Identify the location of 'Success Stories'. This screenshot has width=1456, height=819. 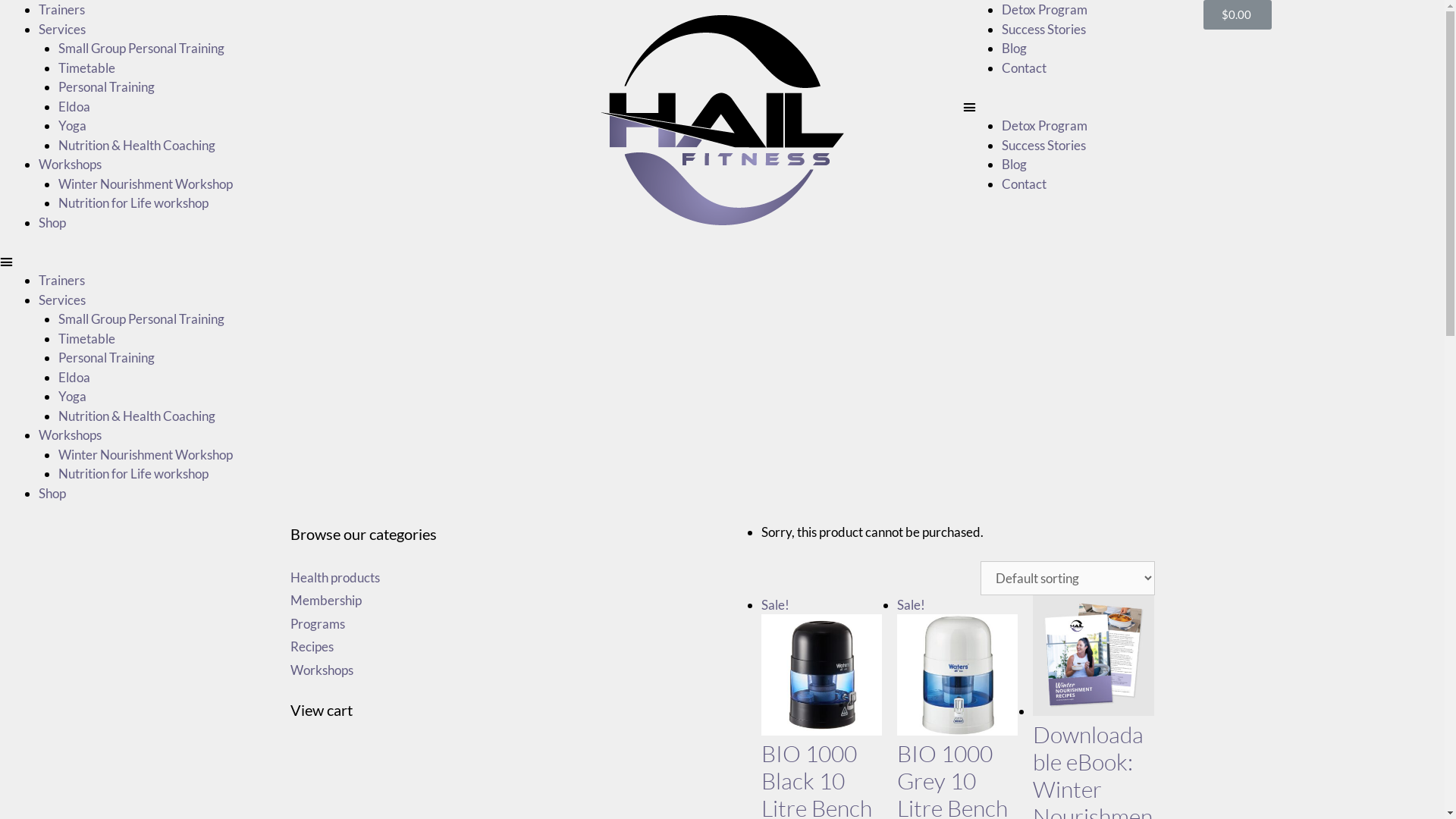
(1043, 144).